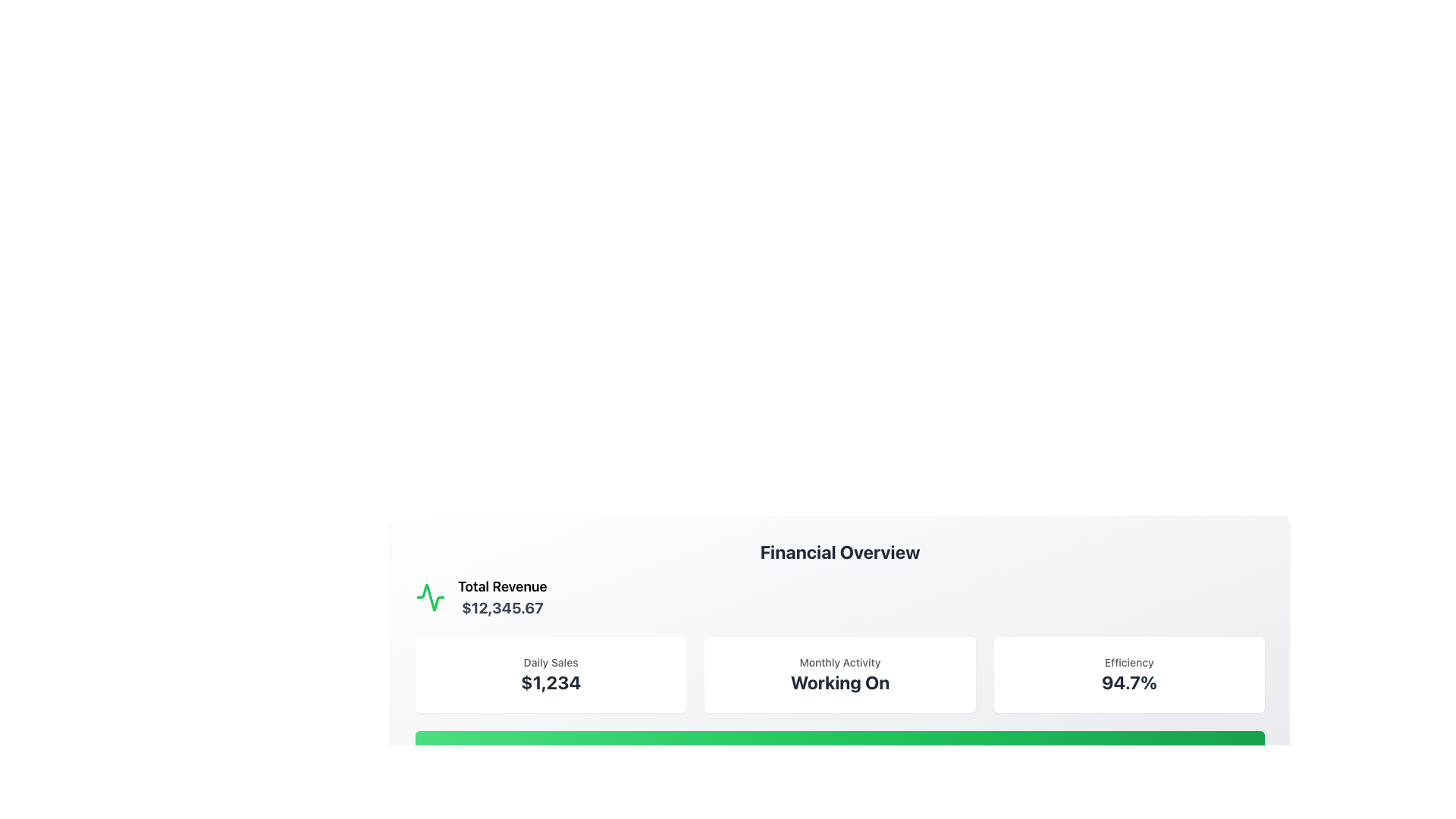 This screenshot has width=1456, height=819. I want to click on header text 'Financial Overview' which is displayed in bold, large font at the top of the financial data summary section, so click(839, 552).